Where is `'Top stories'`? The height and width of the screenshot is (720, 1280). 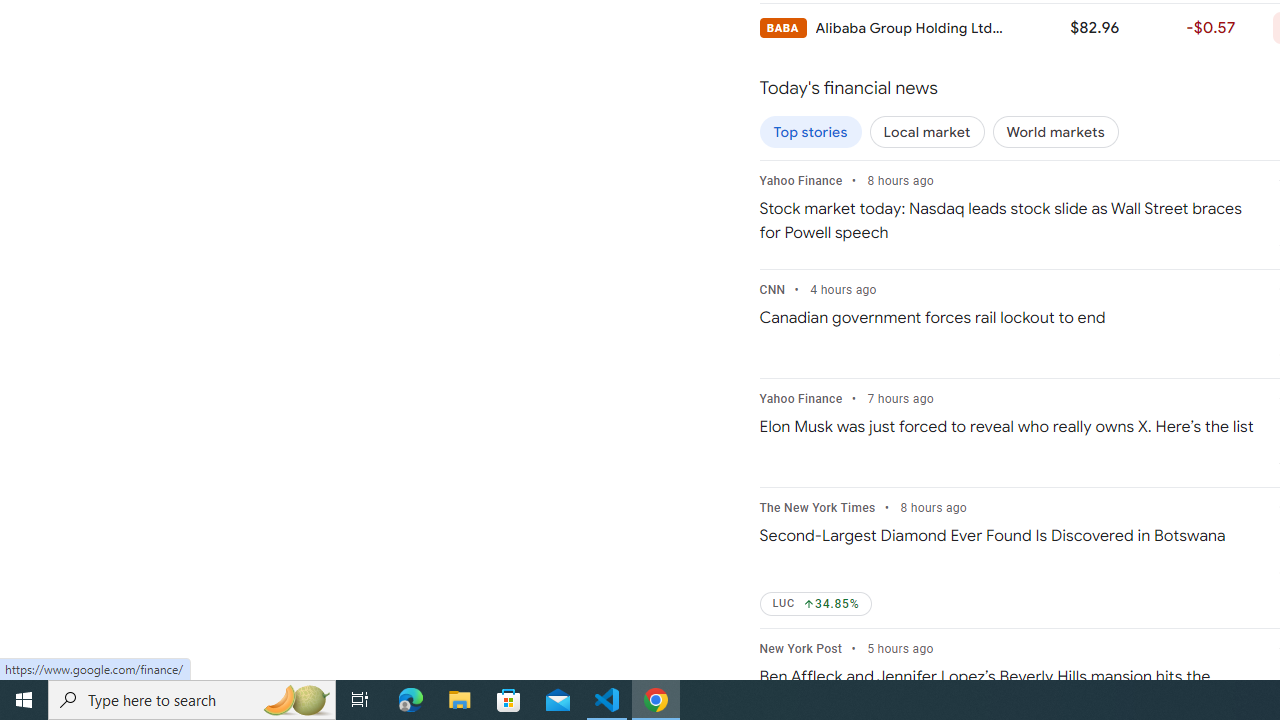
'Top stories' is located at coordinates (810, 132).